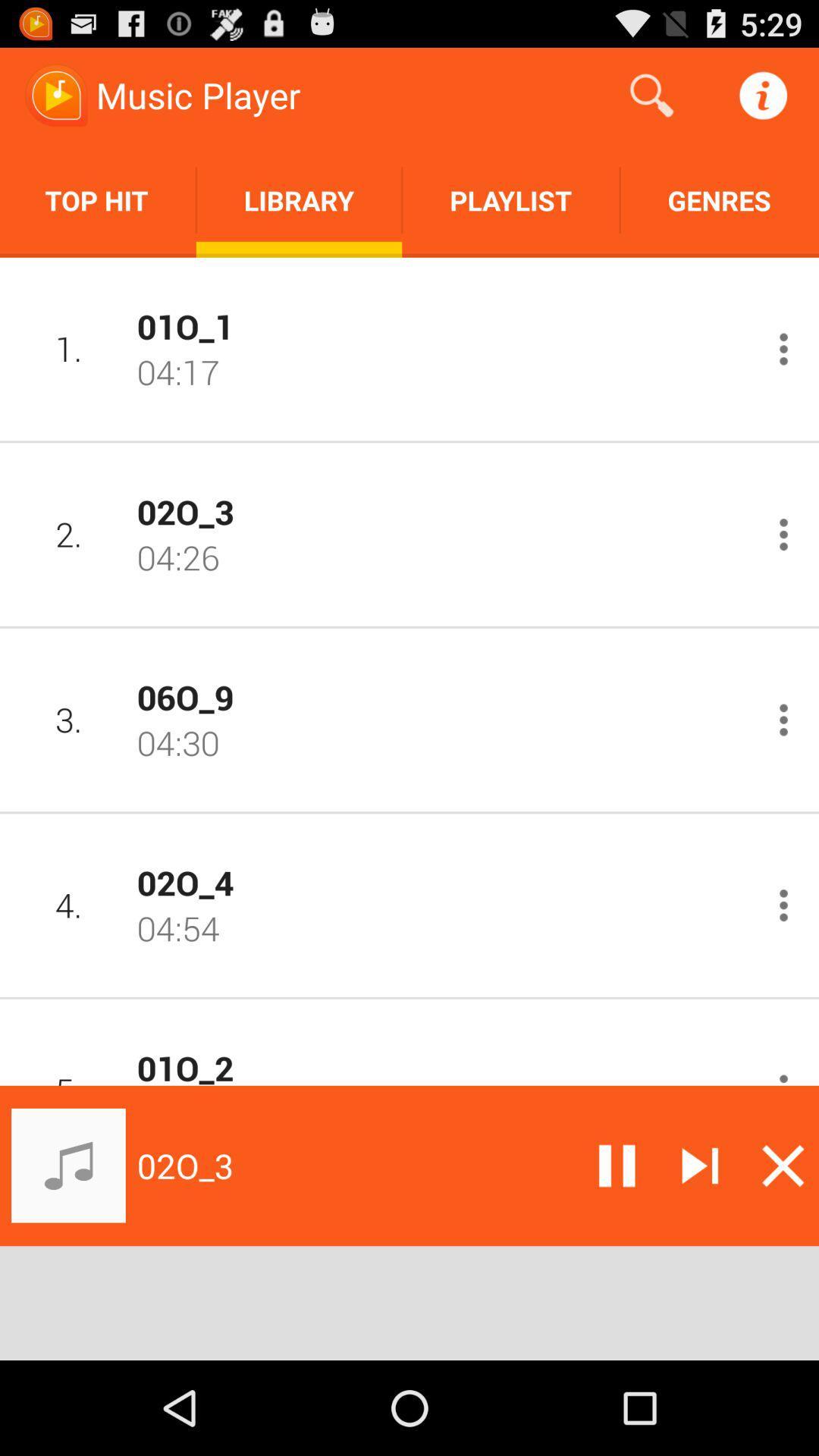 The height and width of the screenshot is (1456, 819). What do you see at coordinates (651, 94) in the screenshot?
I see `the app above playlist app` at bounding box center [651, 94].